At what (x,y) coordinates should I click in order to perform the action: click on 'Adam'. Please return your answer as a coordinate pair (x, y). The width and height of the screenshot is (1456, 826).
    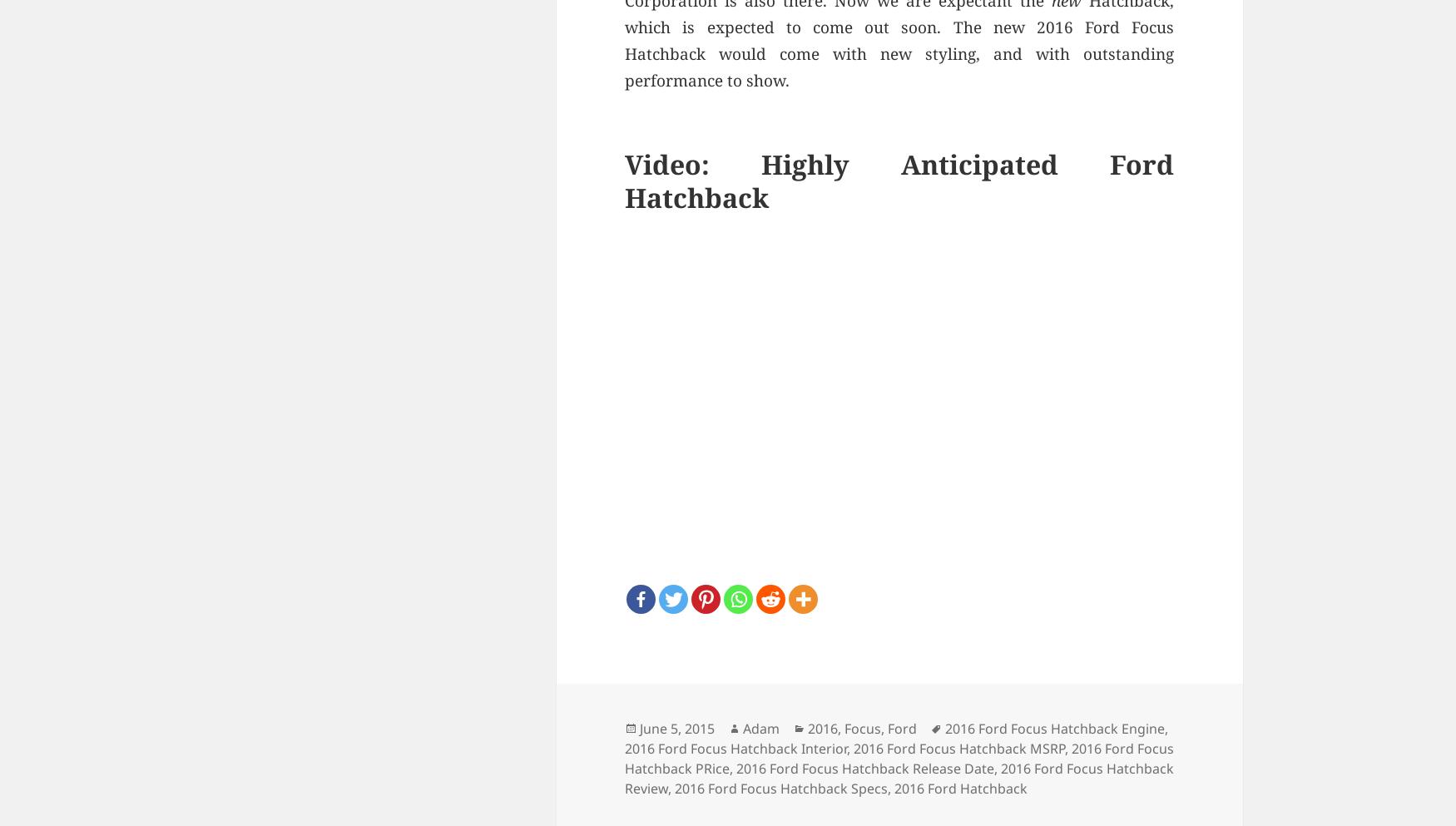
    Looking at the image, I should click on (760, 727).